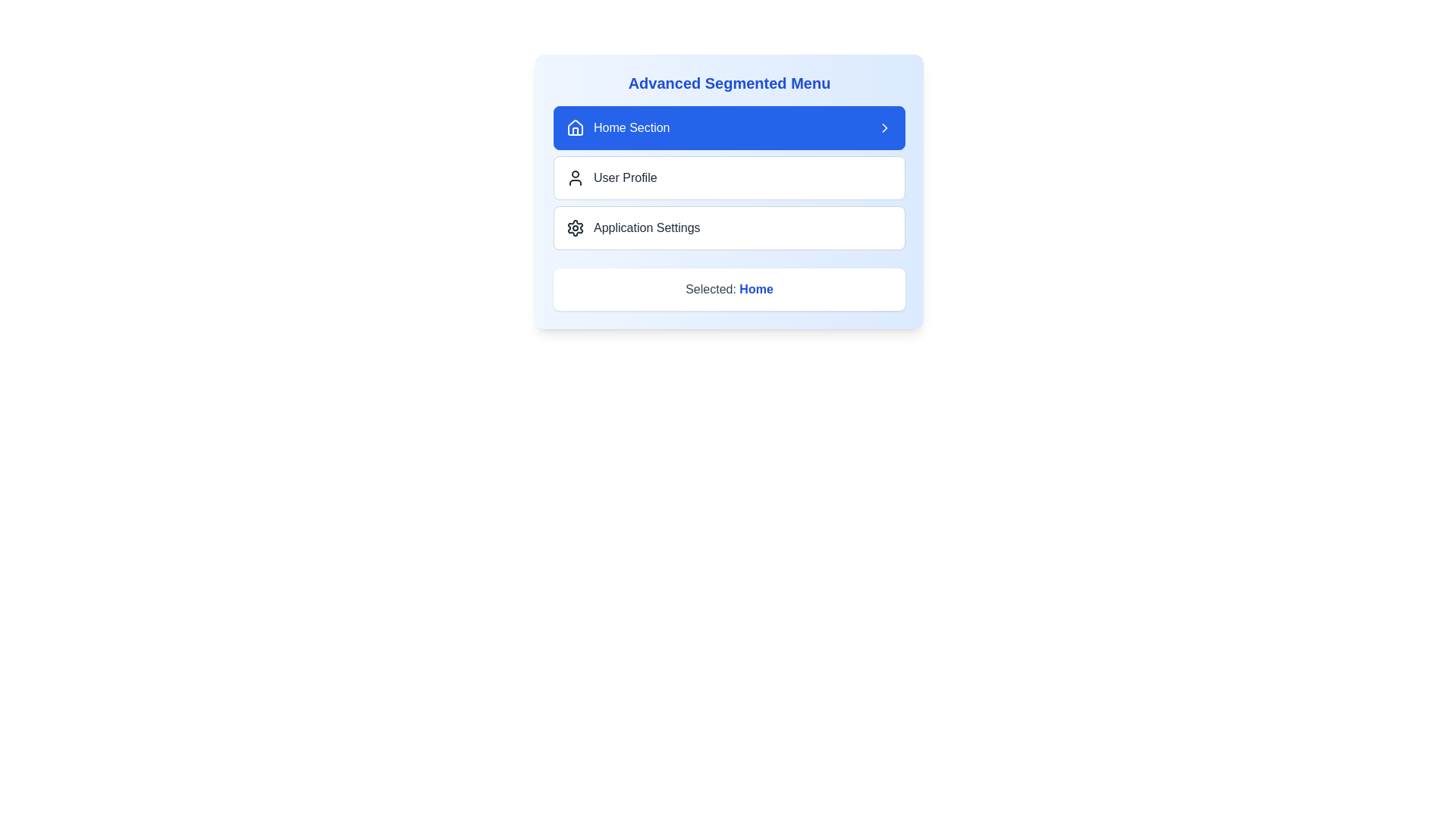 The image size is (1456, 819). I want to click on the cogwheel-shaped icon, which is black with a white outline, representing settings in the segmented menu interface under 'Application Settings', so click(574, 227).